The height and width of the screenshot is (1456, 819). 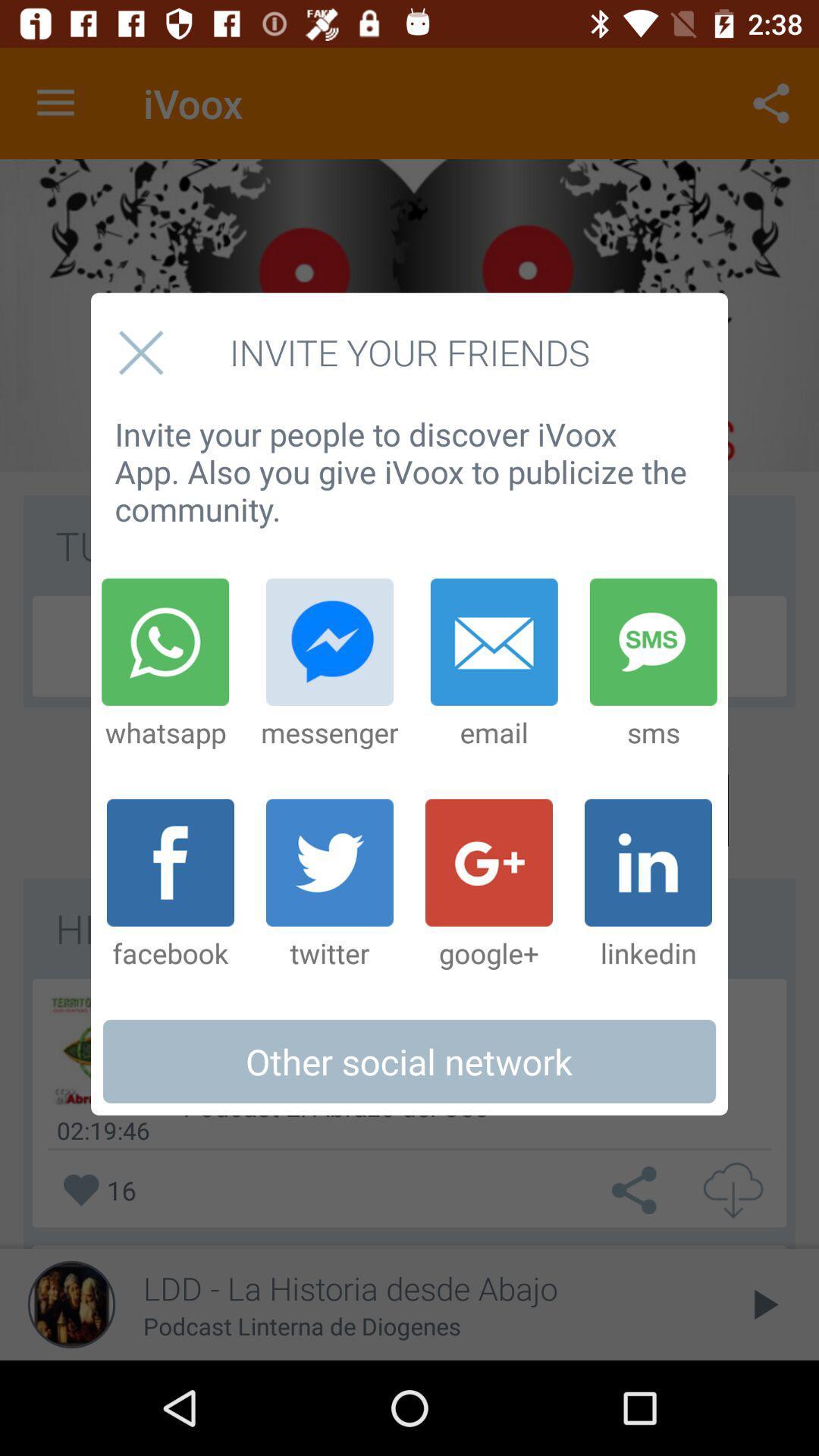 What do you see at coordinates (494, 664) in the screenshot?
I see `item below the invite your people` at bounding box center [494, 664].